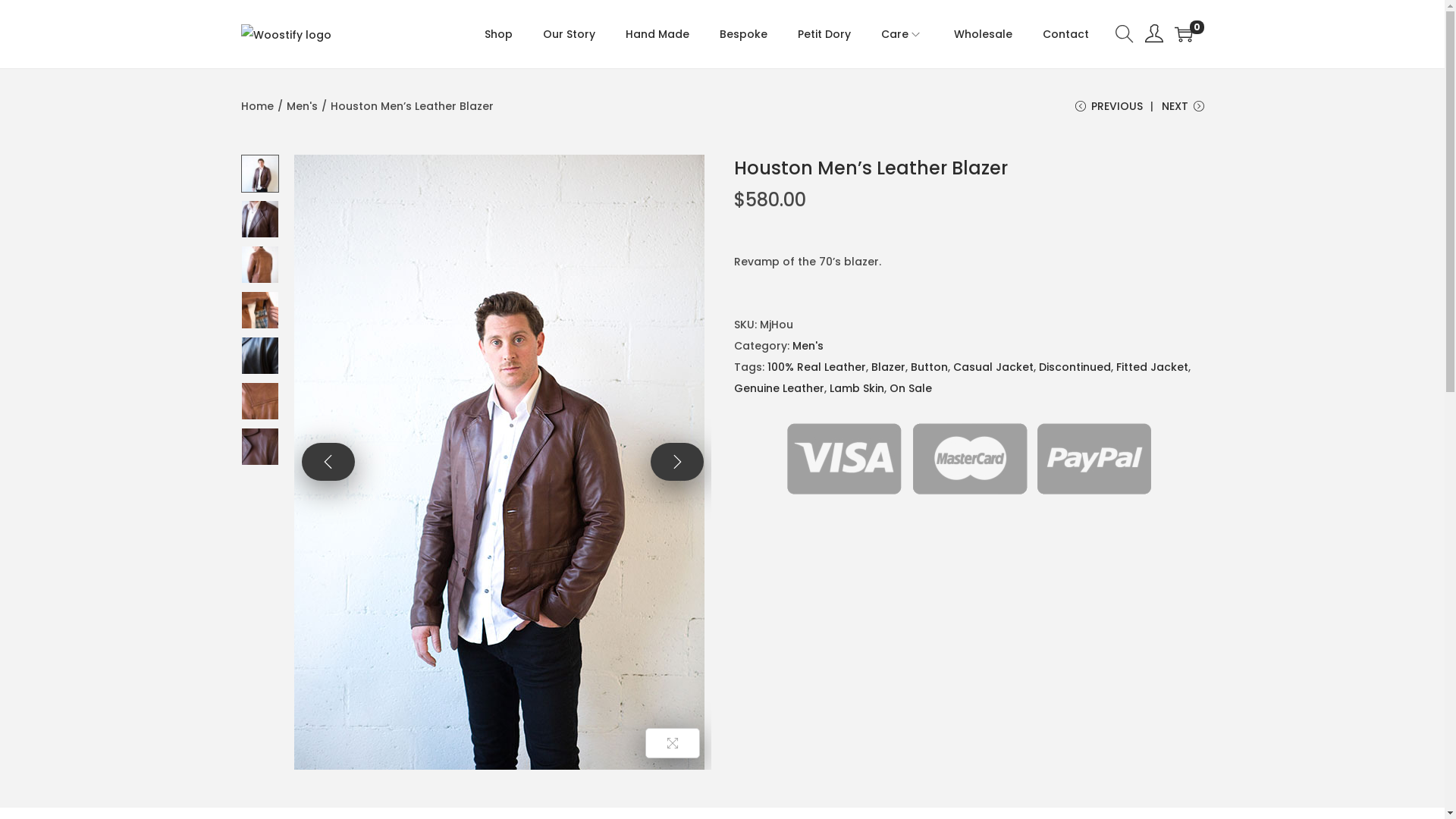  Describe the element at coordinates (887, 366) in the screenshot. I see `'Blazer'` at that location.